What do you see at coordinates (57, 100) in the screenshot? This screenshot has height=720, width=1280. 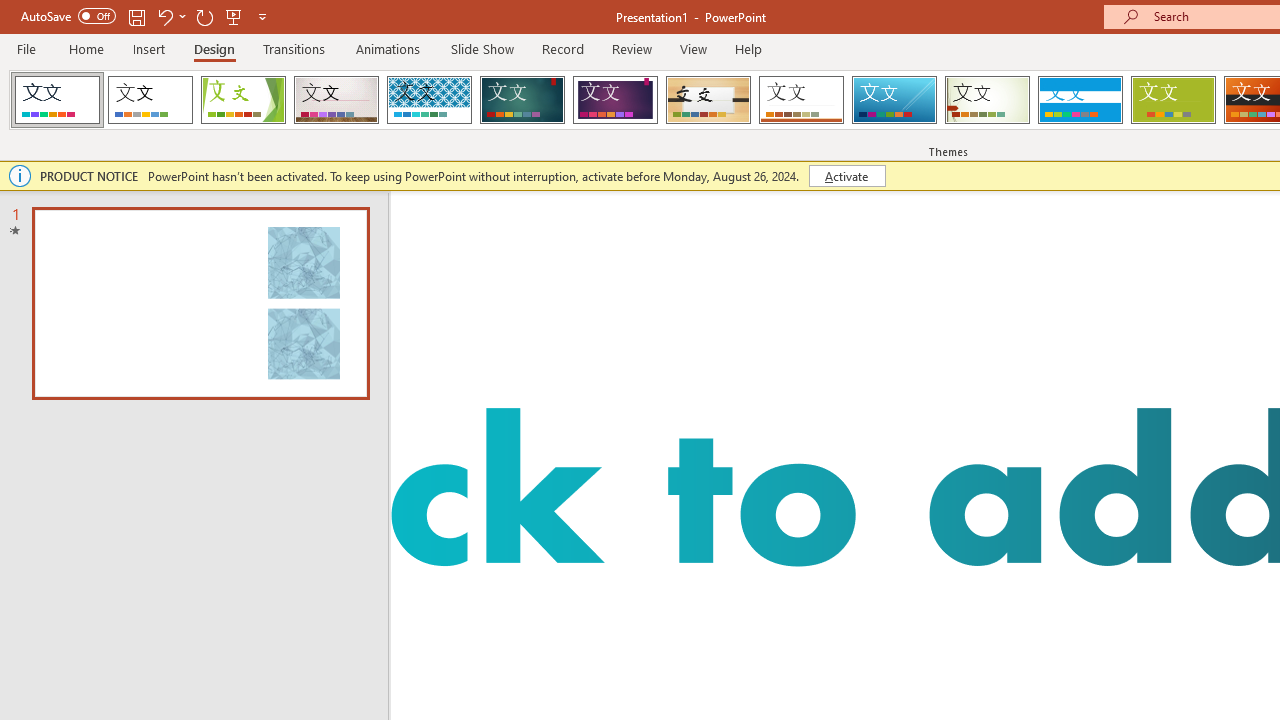 I see `'FadeVTI'` at bounding box center [57, 100].